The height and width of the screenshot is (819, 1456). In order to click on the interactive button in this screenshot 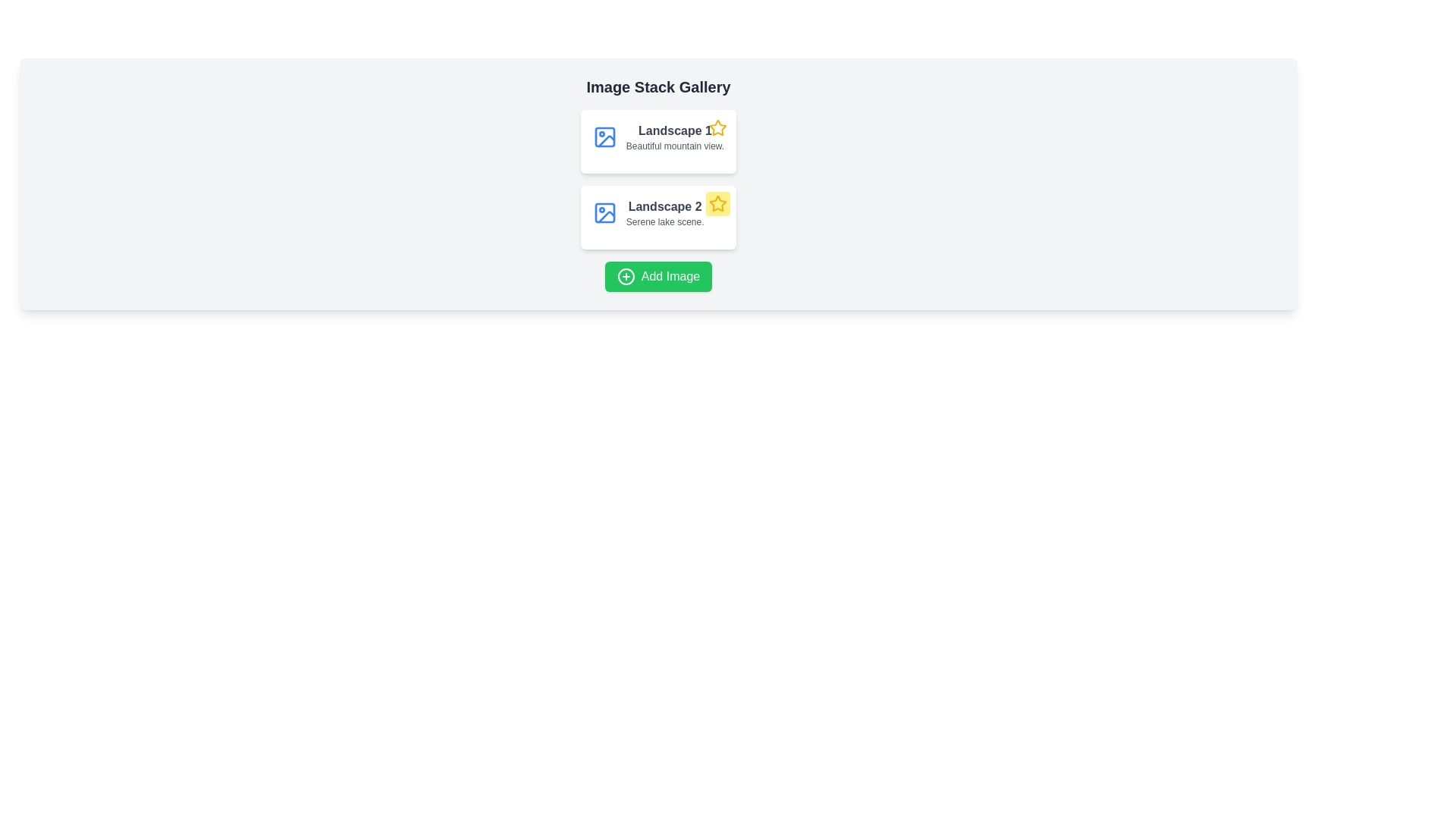, I will do `click(717, 127)`.